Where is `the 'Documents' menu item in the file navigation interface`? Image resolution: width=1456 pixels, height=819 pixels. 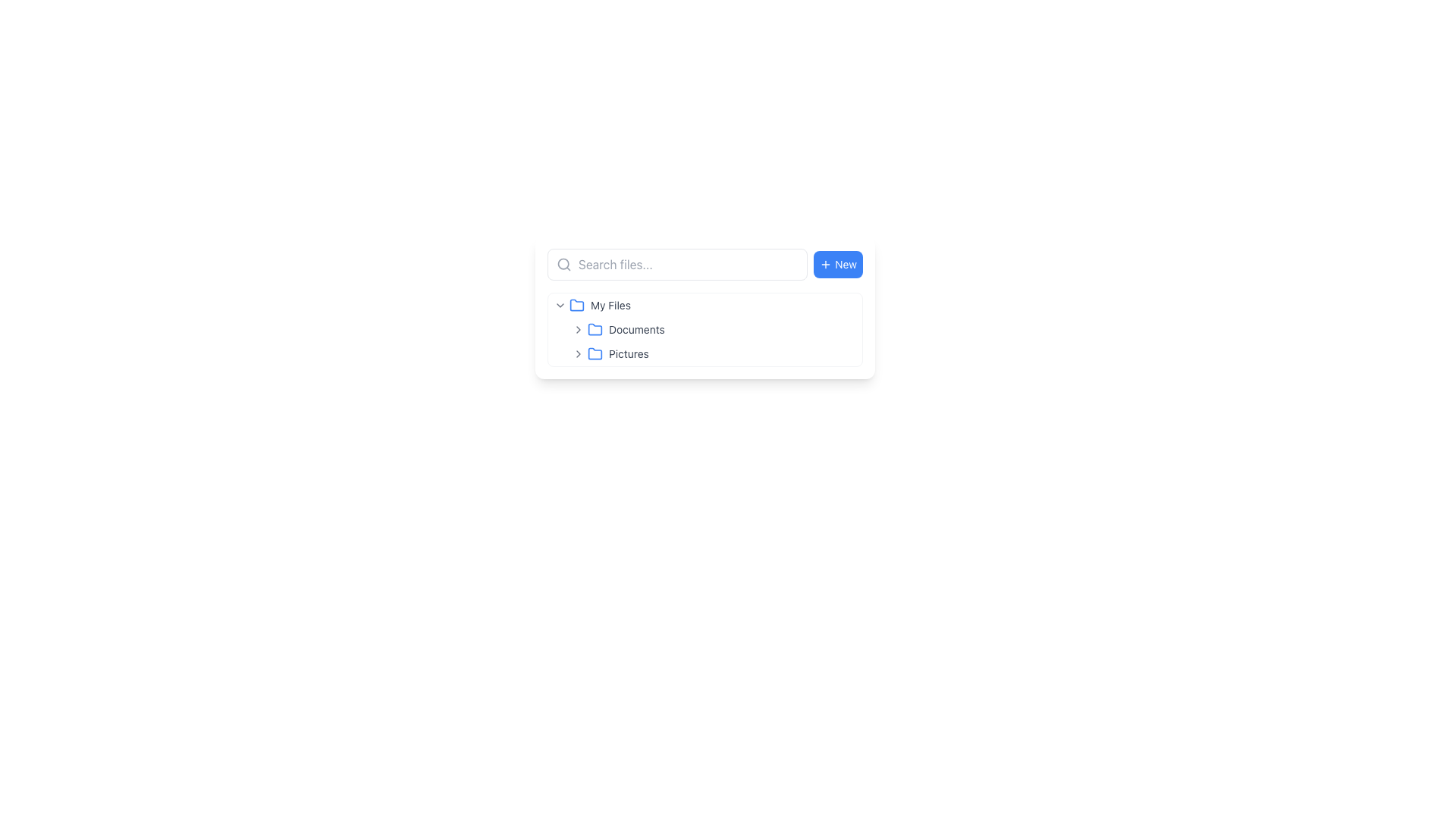 the 'Documents' menu item in the file navigation interface is located at coordinates (713, 329).